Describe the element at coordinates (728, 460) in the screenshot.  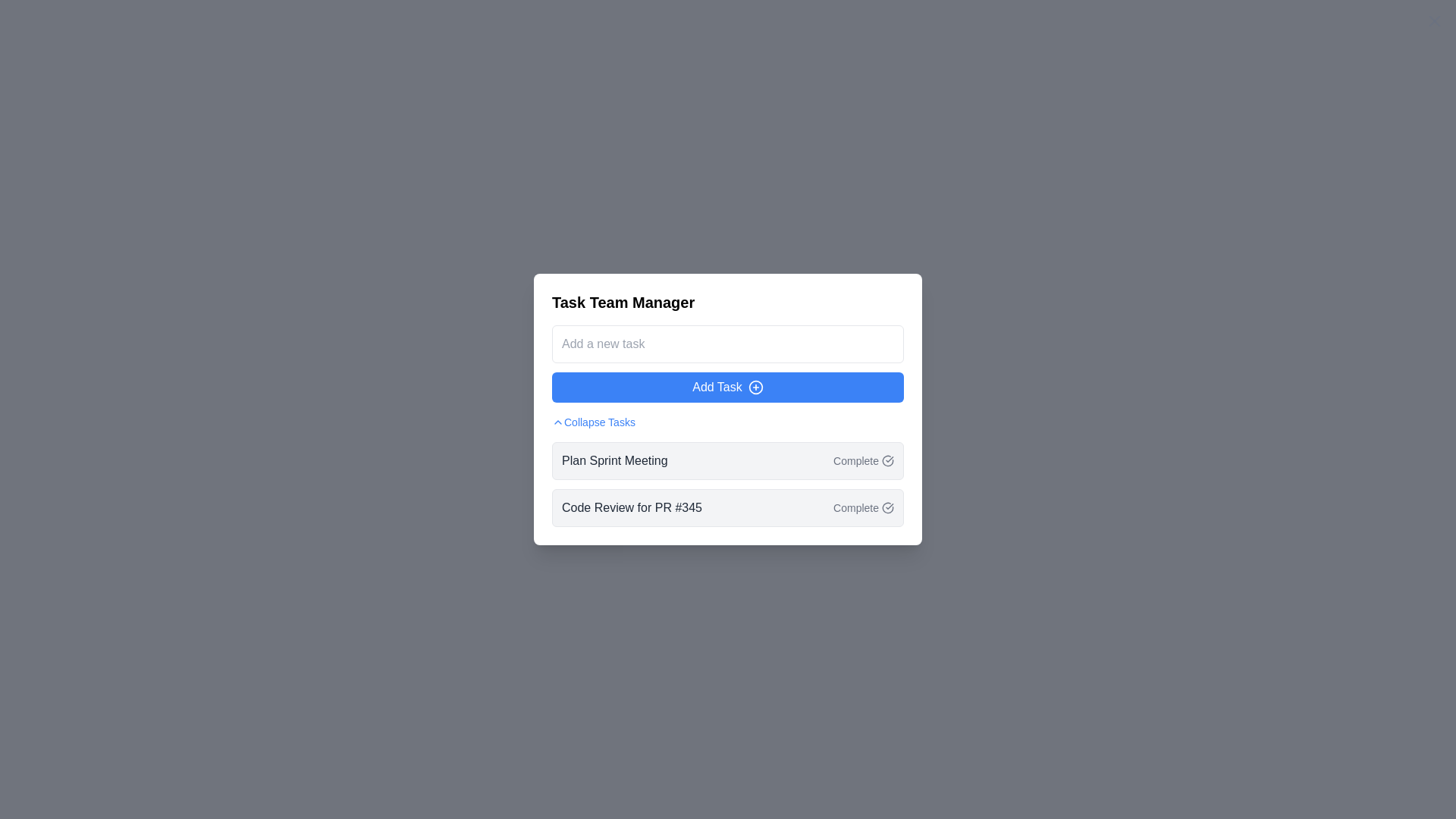
I see `the task item labeled 'Plan Sprint Meeting'` at that location.